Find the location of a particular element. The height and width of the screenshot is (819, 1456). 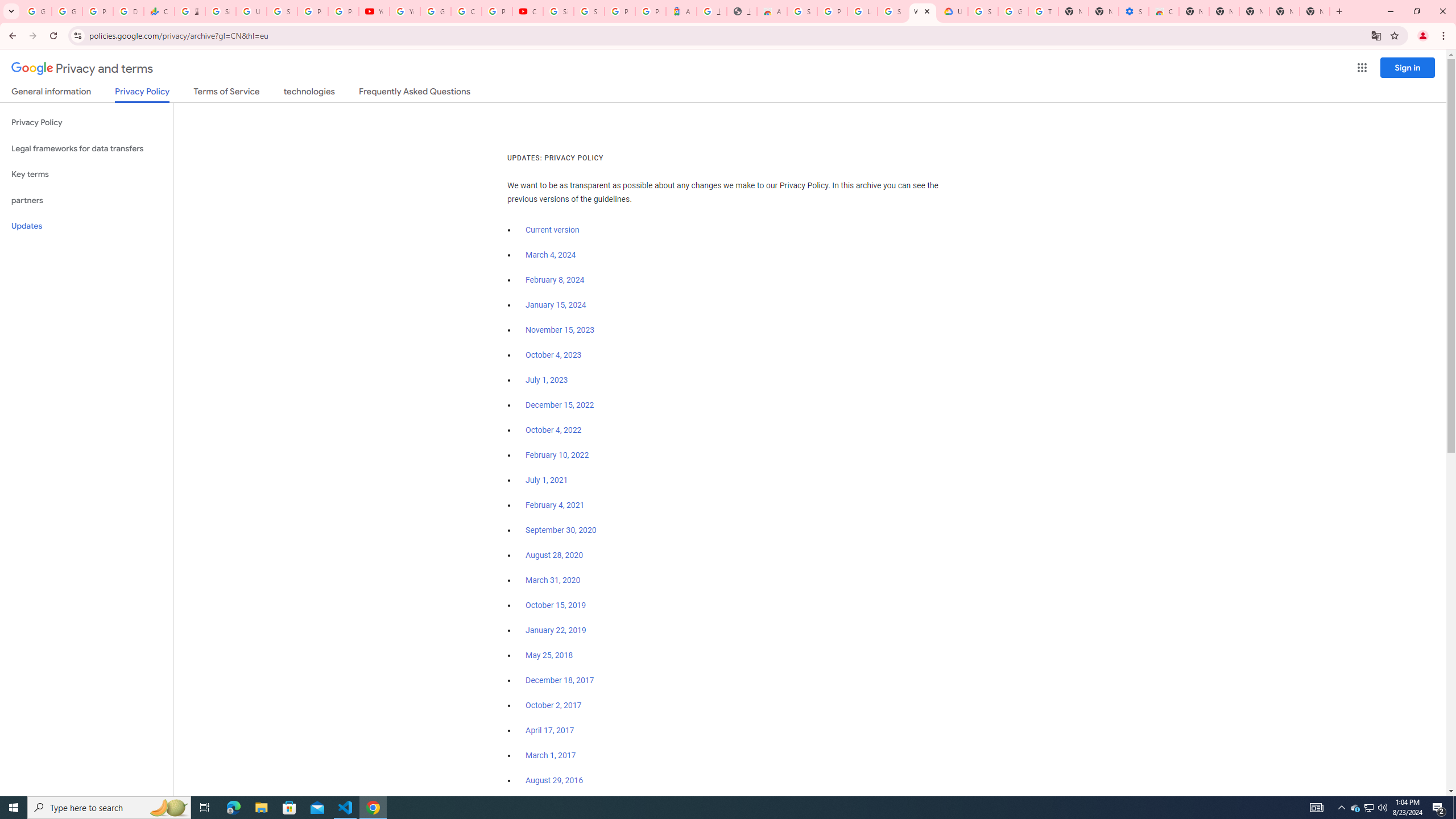

'October 4, 2022' is located at coordinates (554, 429).